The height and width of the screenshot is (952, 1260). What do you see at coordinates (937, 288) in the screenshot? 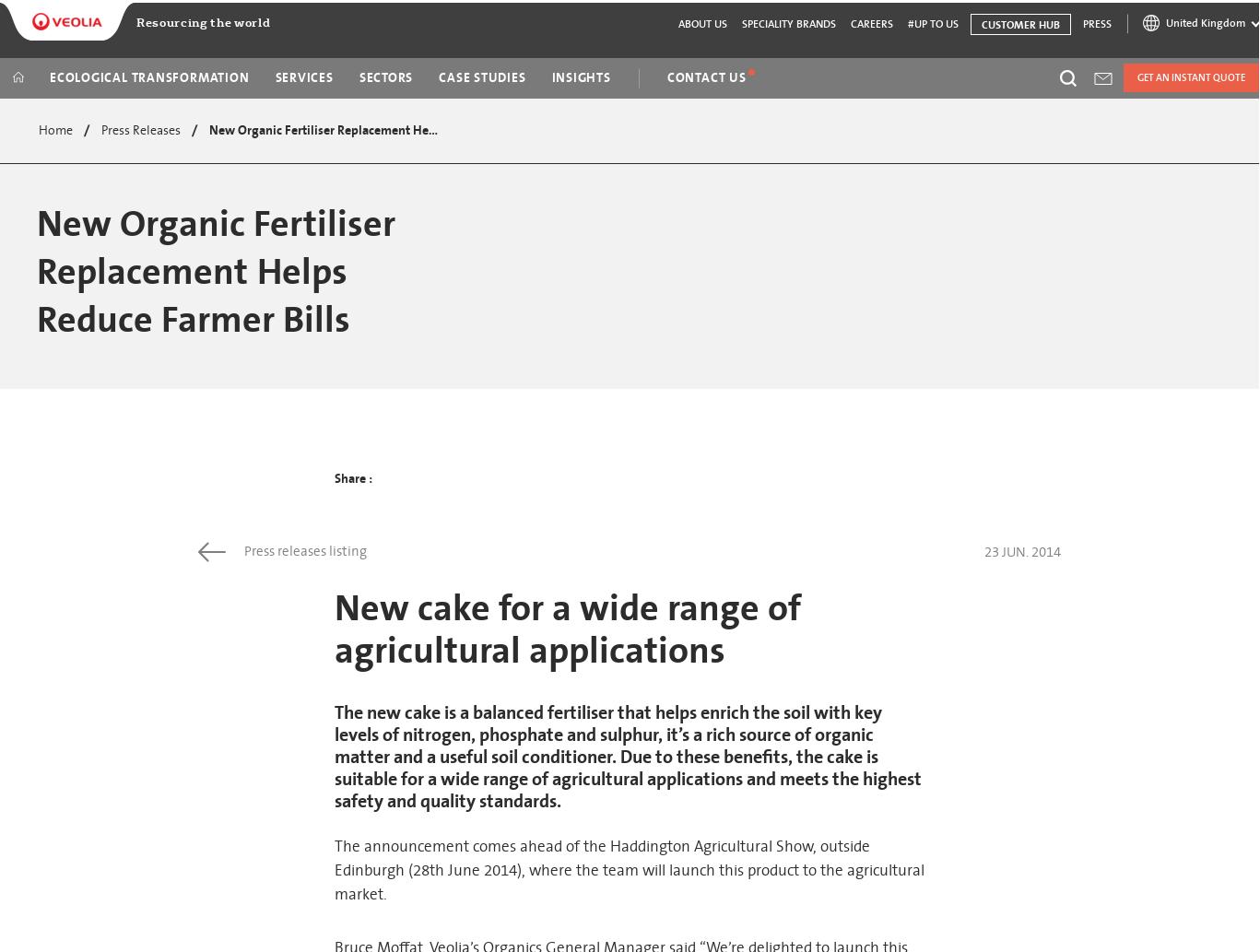
I see `'Nuclear Solutions'` at bounding box center [937, 288].